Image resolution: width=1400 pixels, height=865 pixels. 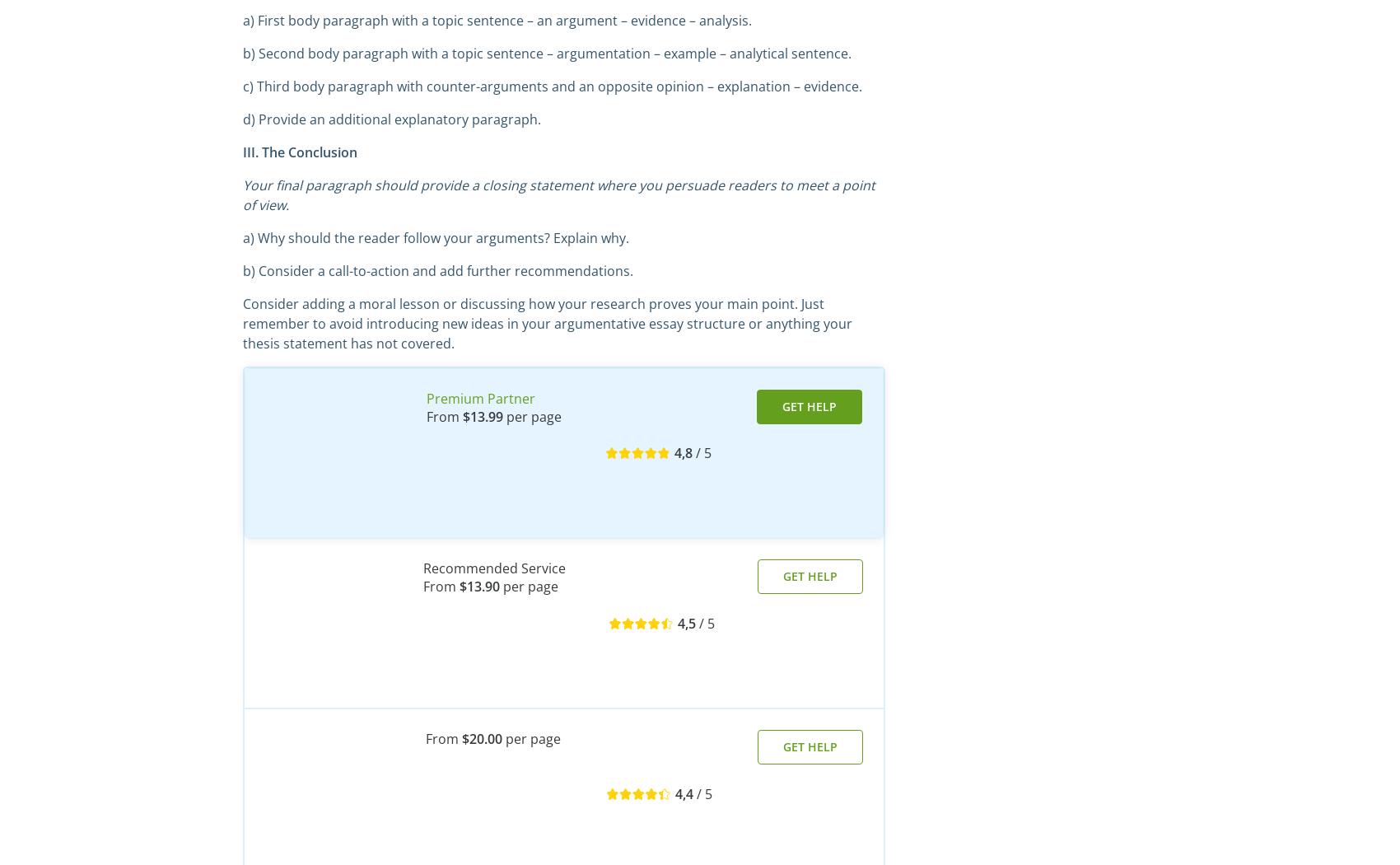 What do you see at coordinates (685, 623) in the screenshot?
I see `'4,5'` at bounding box center [685, 623].